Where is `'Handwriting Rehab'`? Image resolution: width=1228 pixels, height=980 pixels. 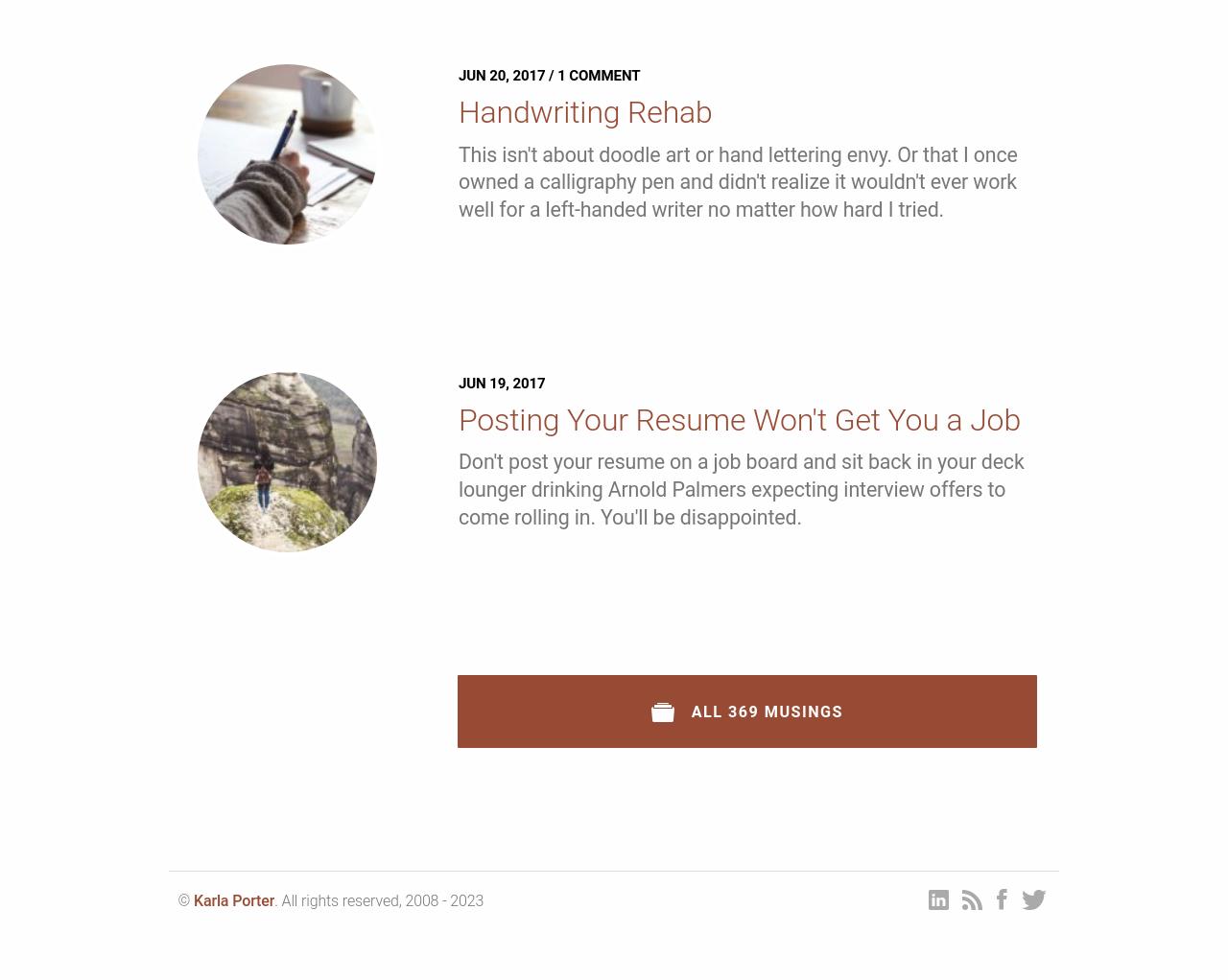 'Handwriting Rehab' is located at coordinates (583, 110).